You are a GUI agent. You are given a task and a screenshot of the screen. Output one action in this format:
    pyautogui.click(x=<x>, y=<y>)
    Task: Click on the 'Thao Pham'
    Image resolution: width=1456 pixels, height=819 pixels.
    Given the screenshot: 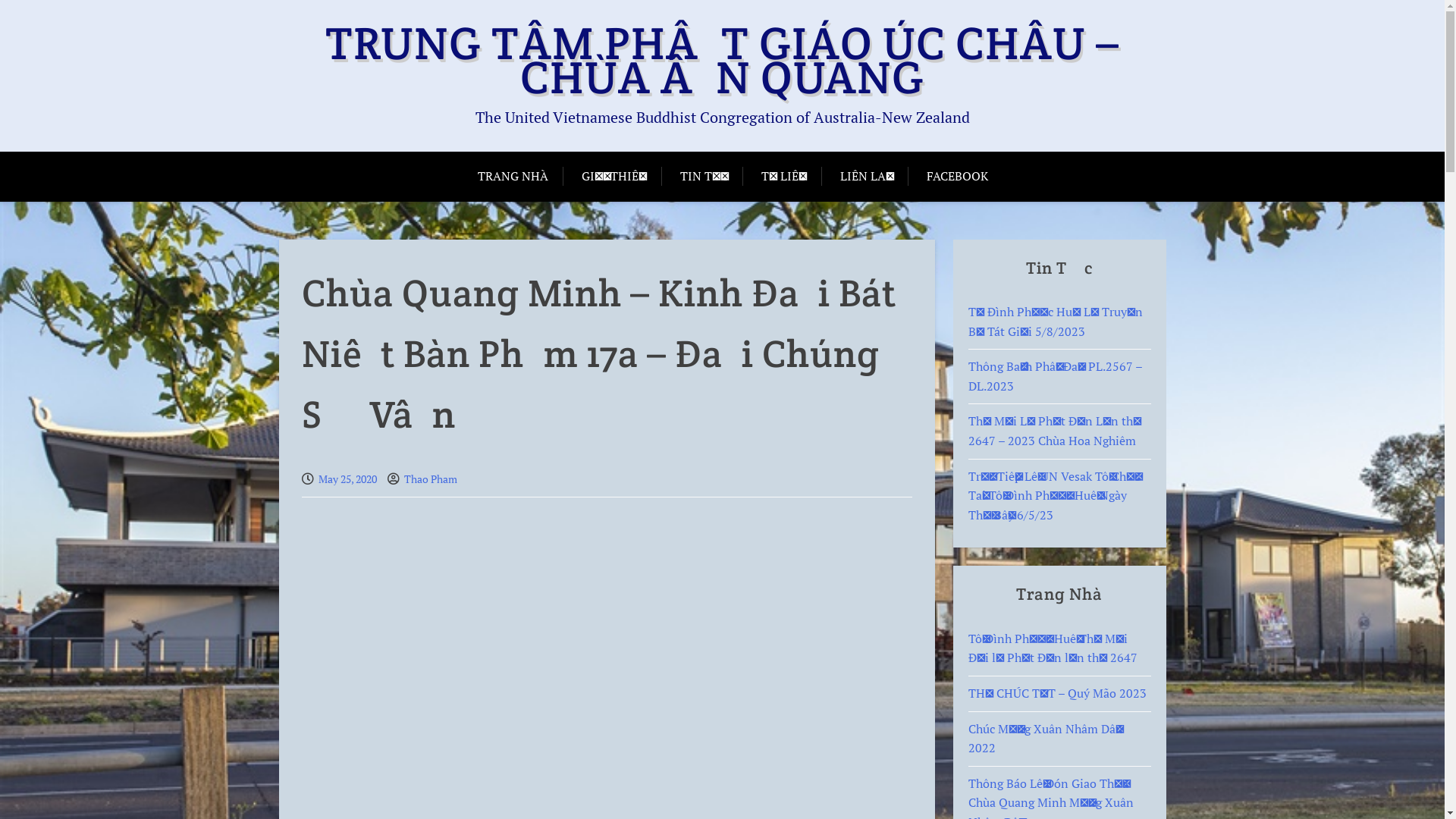 What is the action you would take?
    pyautogui.click(x=403, y=479)
    